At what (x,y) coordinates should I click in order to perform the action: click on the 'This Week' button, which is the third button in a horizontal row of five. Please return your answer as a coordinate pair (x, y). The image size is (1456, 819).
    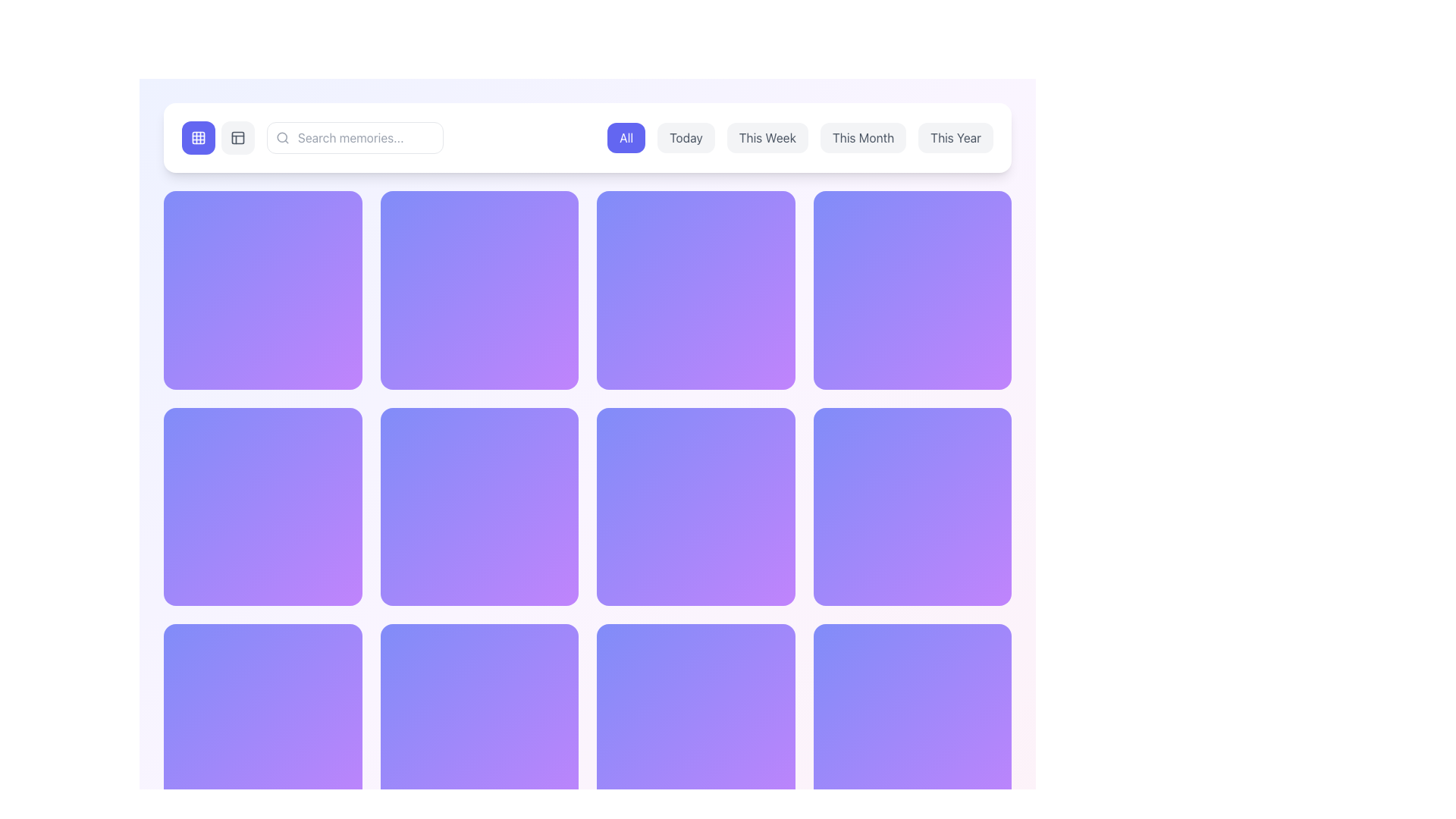
    Looking at the image, I should click on (767, 137).